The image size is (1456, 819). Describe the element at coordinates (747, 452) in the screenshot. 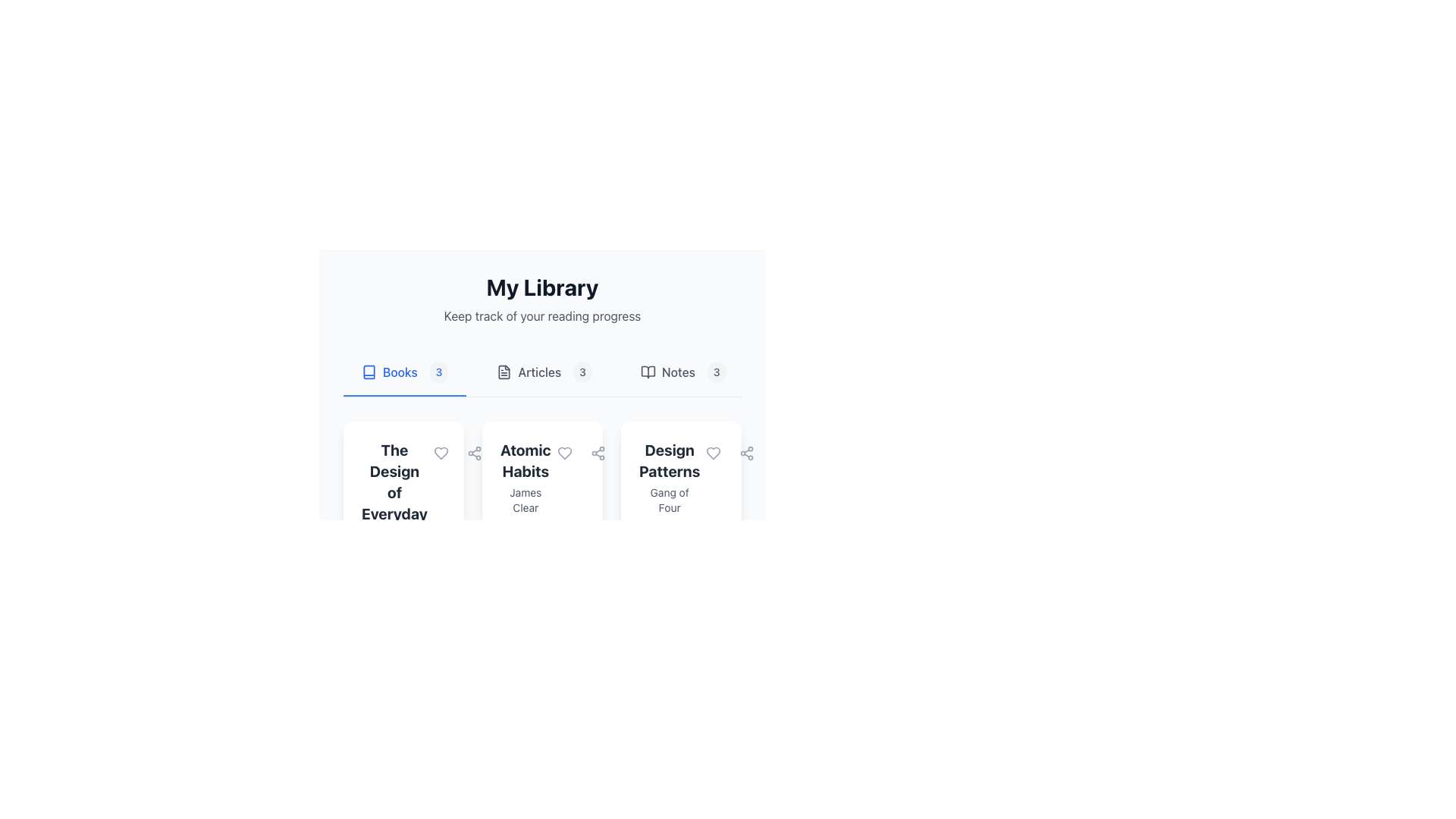

I see `the sharing options icon located in the top-right corner of the third card section under the 'Design Patterns' book` at that location.